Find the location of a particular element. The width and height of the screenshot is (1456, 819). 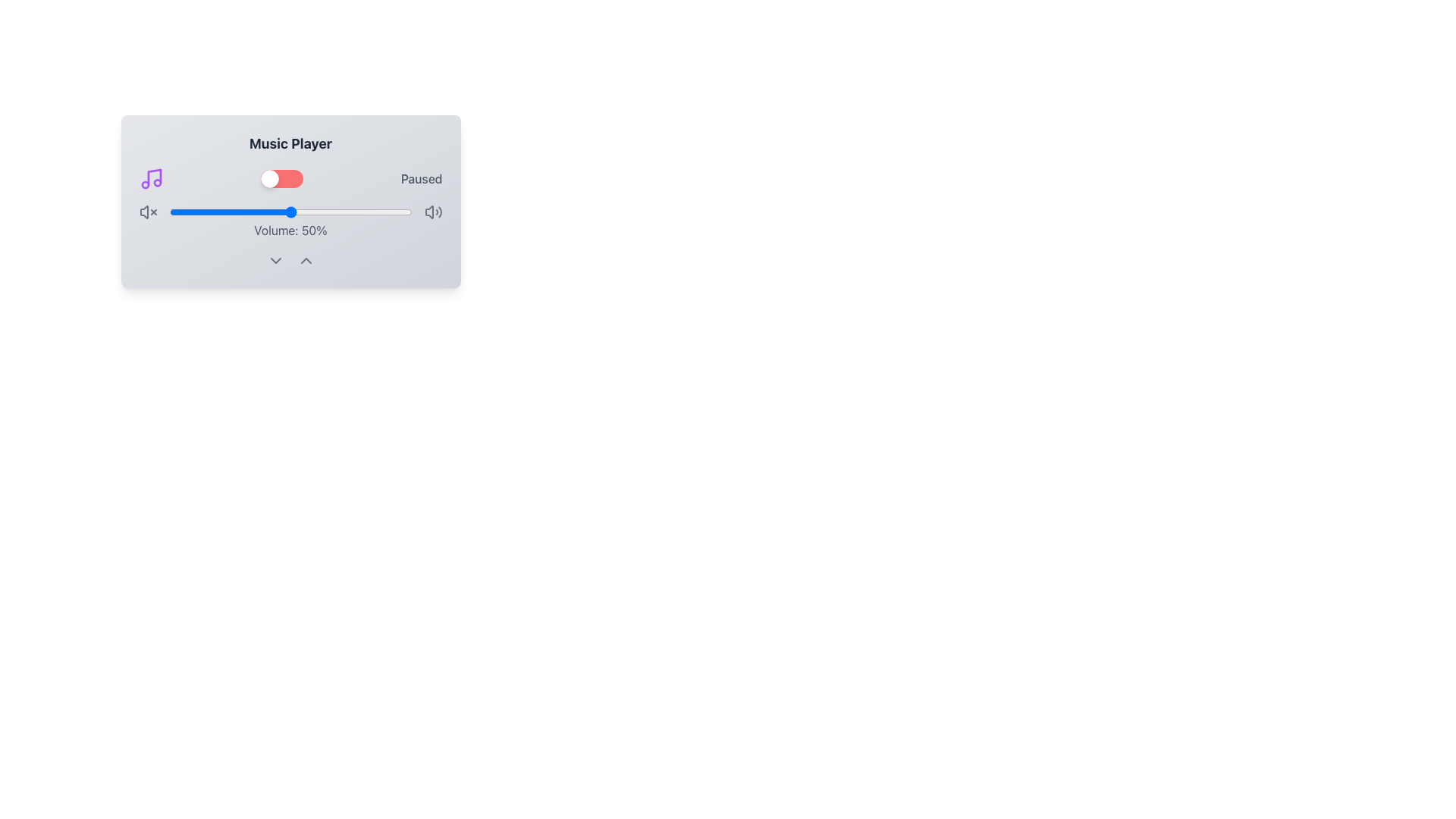

the stylized speaker icon with sound wave lines, the first element is located at coordinates (428, 212).